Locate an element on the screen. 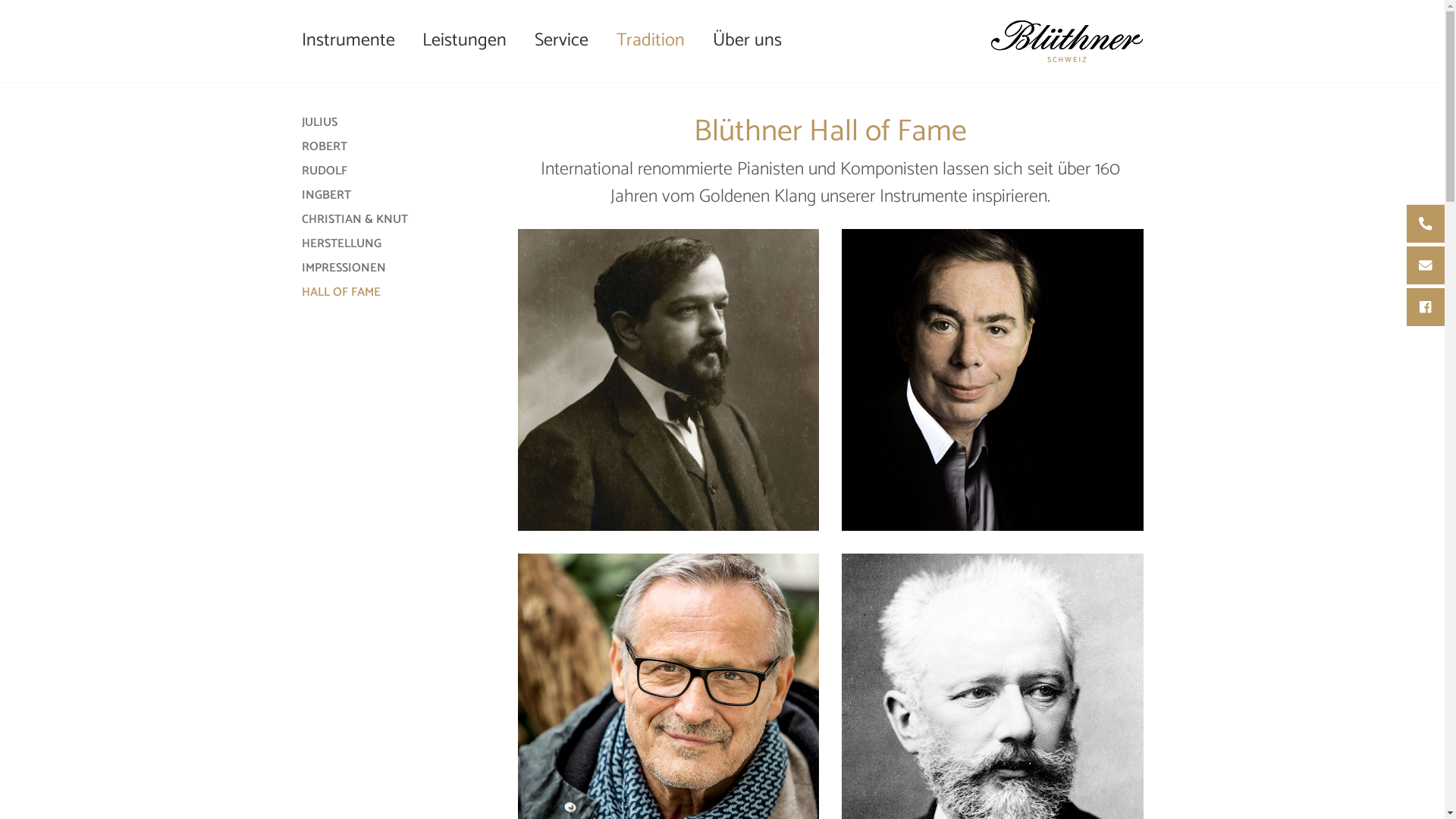 This screenshot has height=819, width=1456. 'Instrumente' is located at coordinates (354, 40).